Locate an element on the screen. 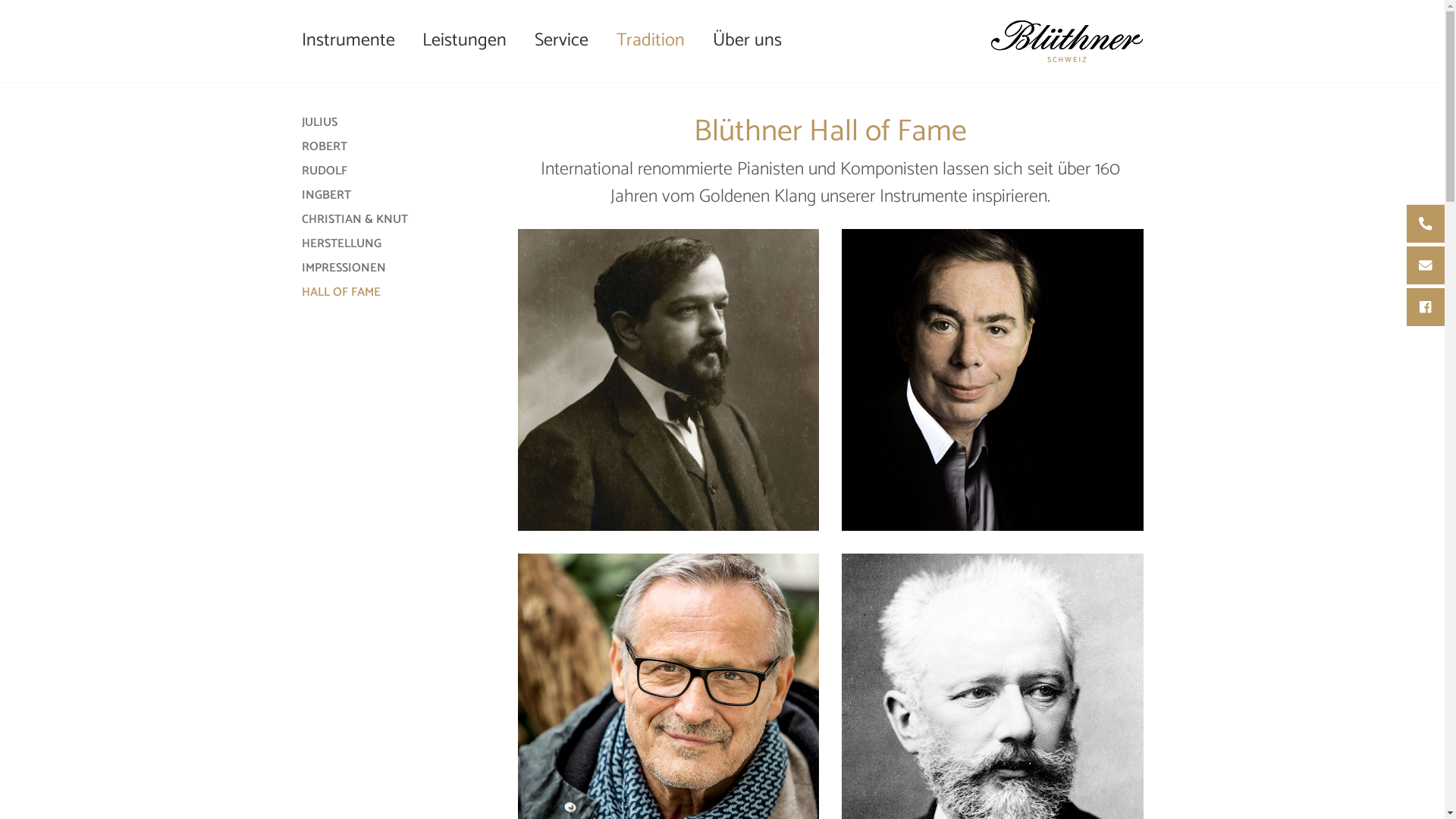 This screenshot has height=819, width=1456. 'Instrumente' is located at coordinates (354, 40).